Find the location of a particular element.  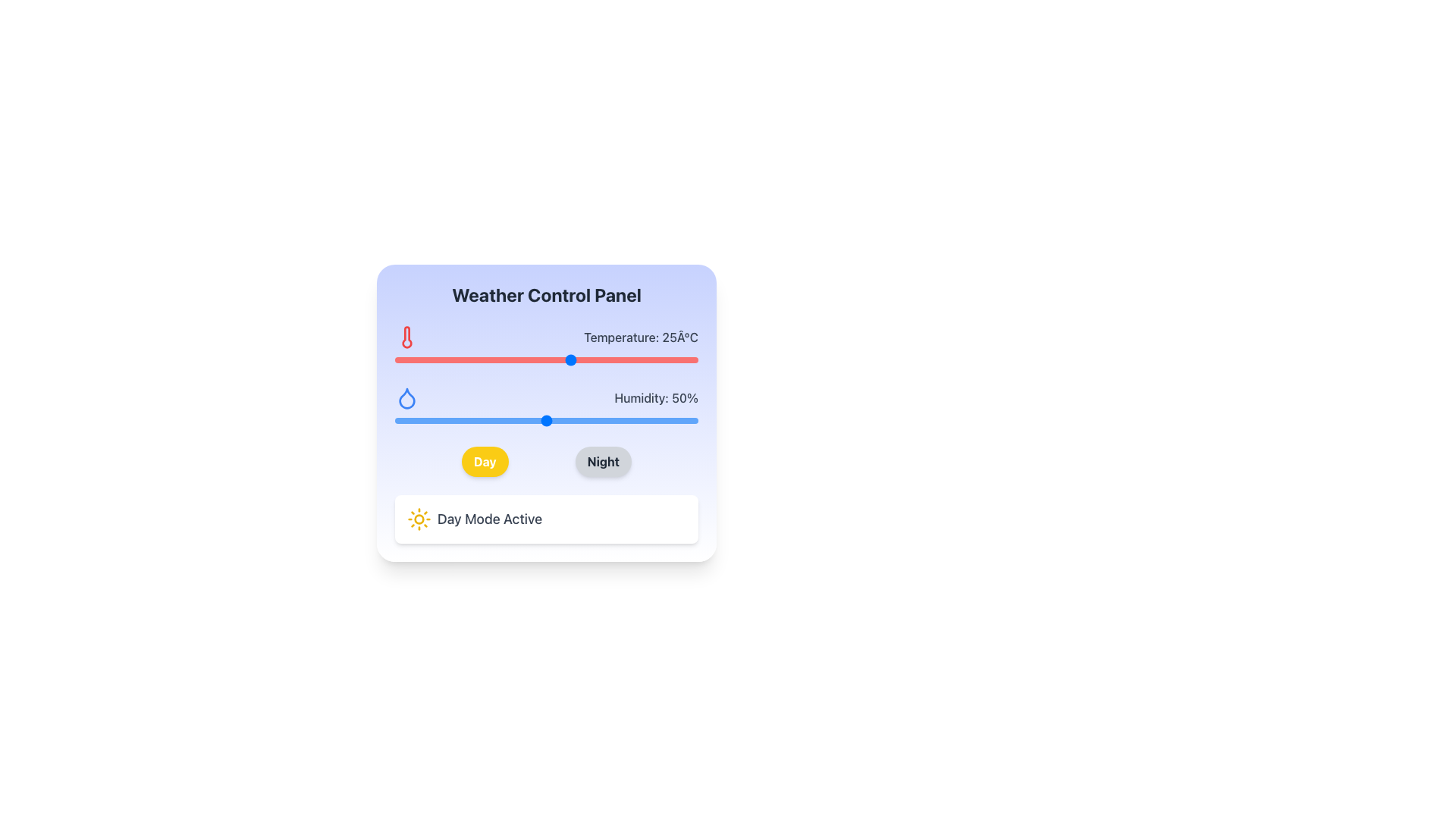

the inner circle of the sun icon, which is located at the bottom-left section of the 'Day Mode Active' card is located at coordinates (419, 519).